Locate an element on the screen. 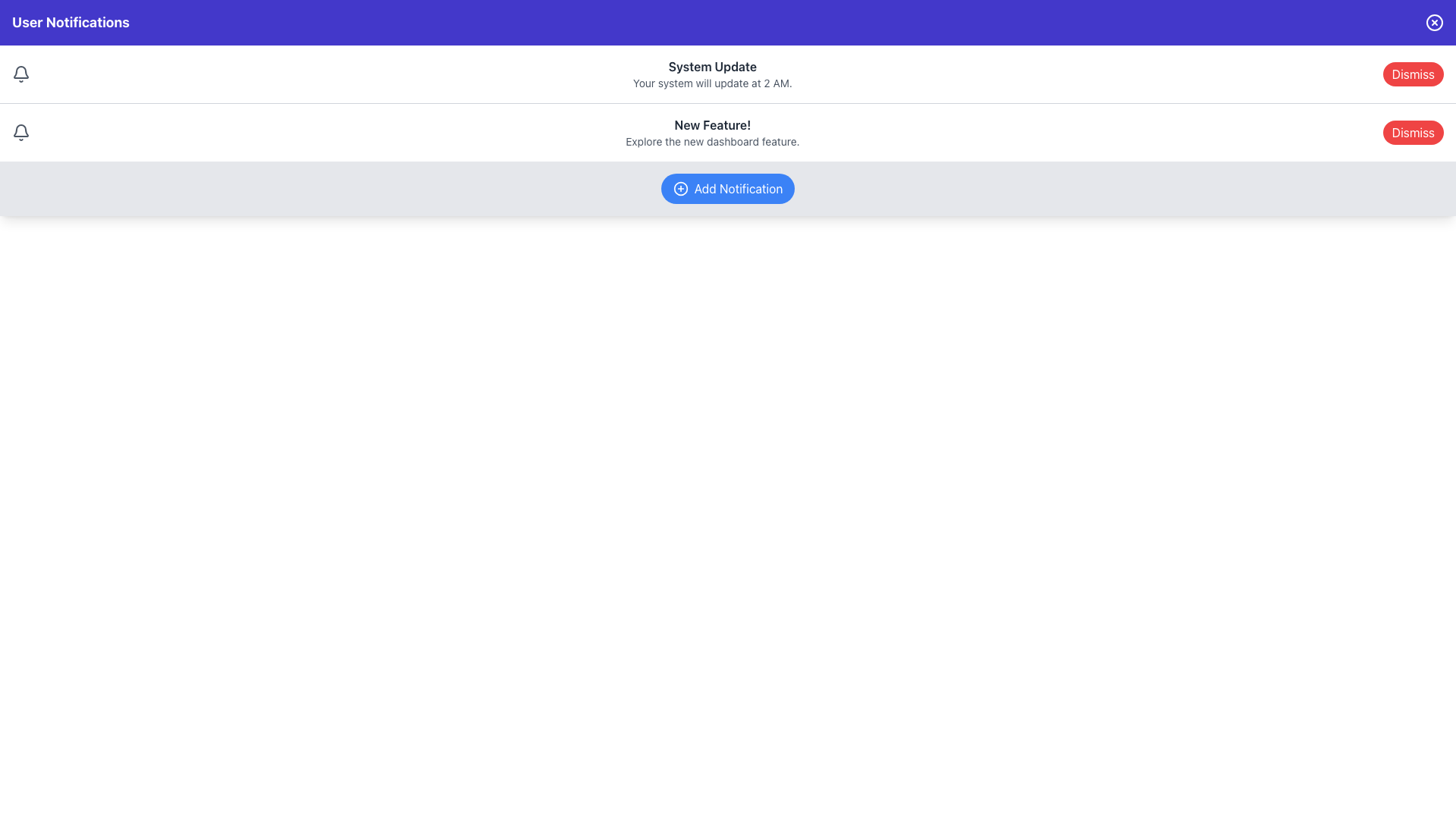 The image size is (1456, 819). the text block displaying 'New Feature!' and 'Explore the new dashboard feature.' which is located in the second notification box on the page, positioned below 'System Update' and above the 'Add Notification' button is located at coordinates (711, 131).